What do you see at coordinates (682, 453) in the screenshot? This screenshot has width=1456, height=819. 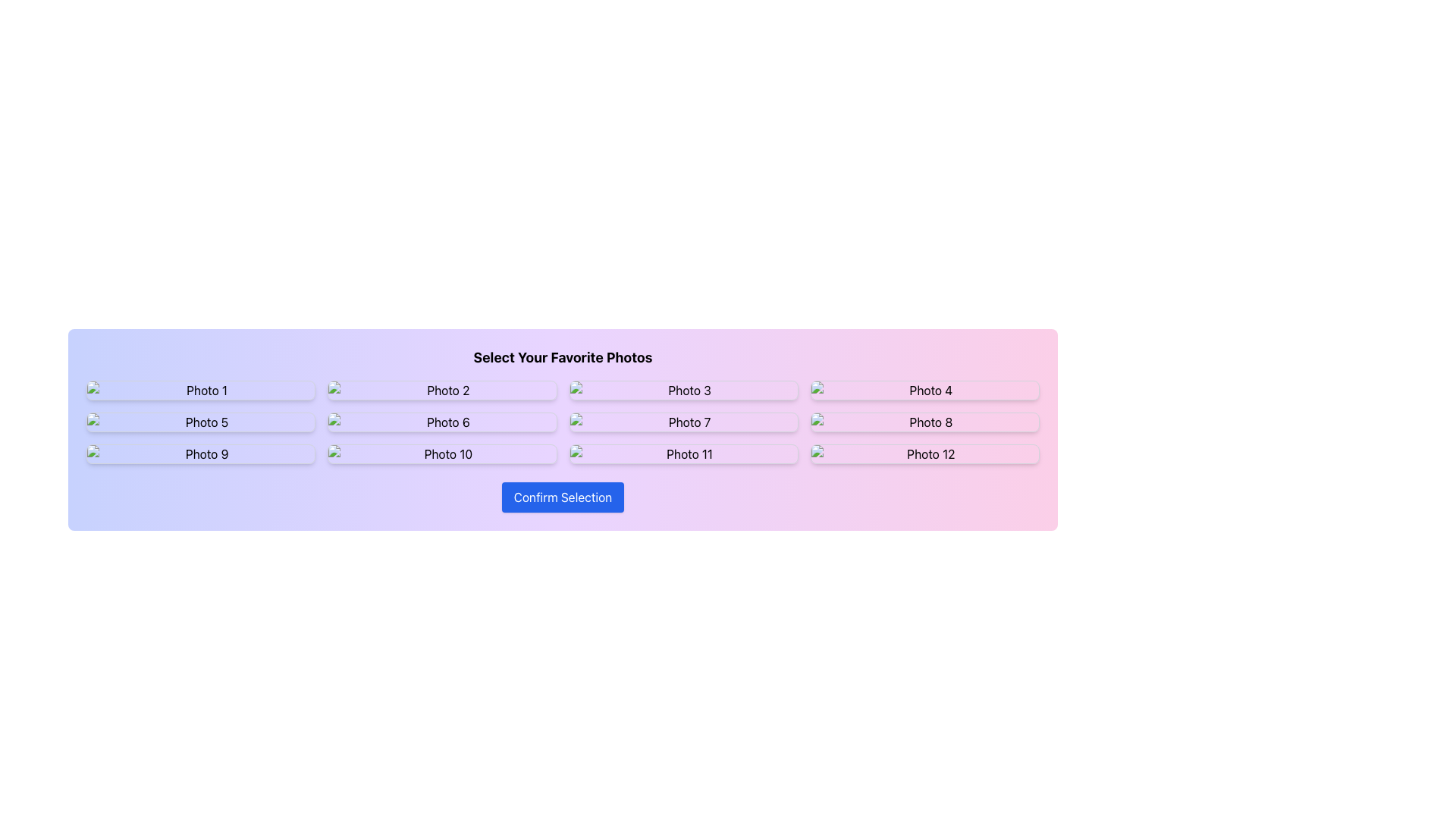 I see `the thumbnail image representing 'Photo 11' in the third column and fourth row of the photo selection grid` at bounding box center [682, 453].